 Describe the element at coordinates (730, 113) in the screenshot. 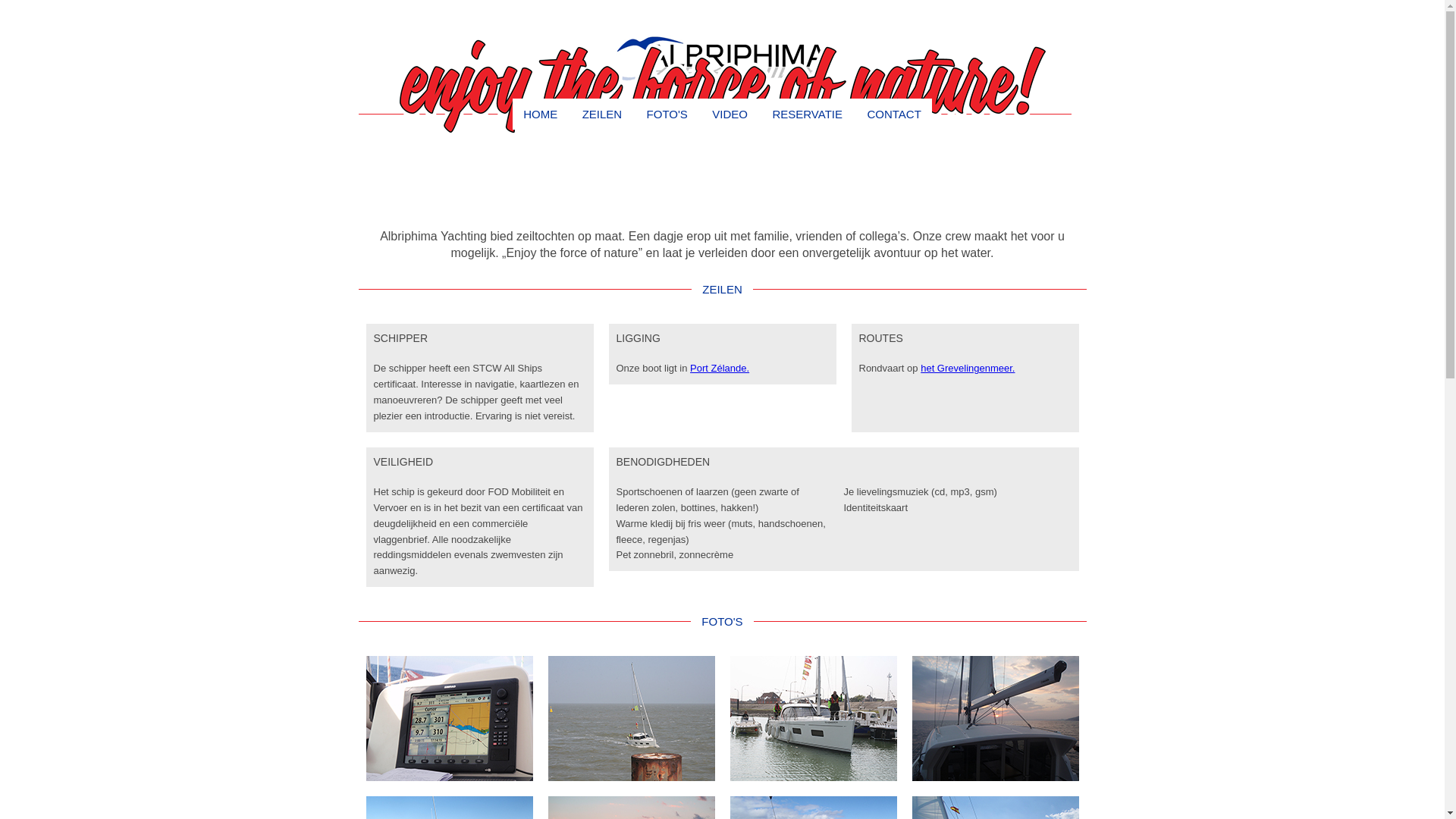

I see `'VIDEO'` at that location.